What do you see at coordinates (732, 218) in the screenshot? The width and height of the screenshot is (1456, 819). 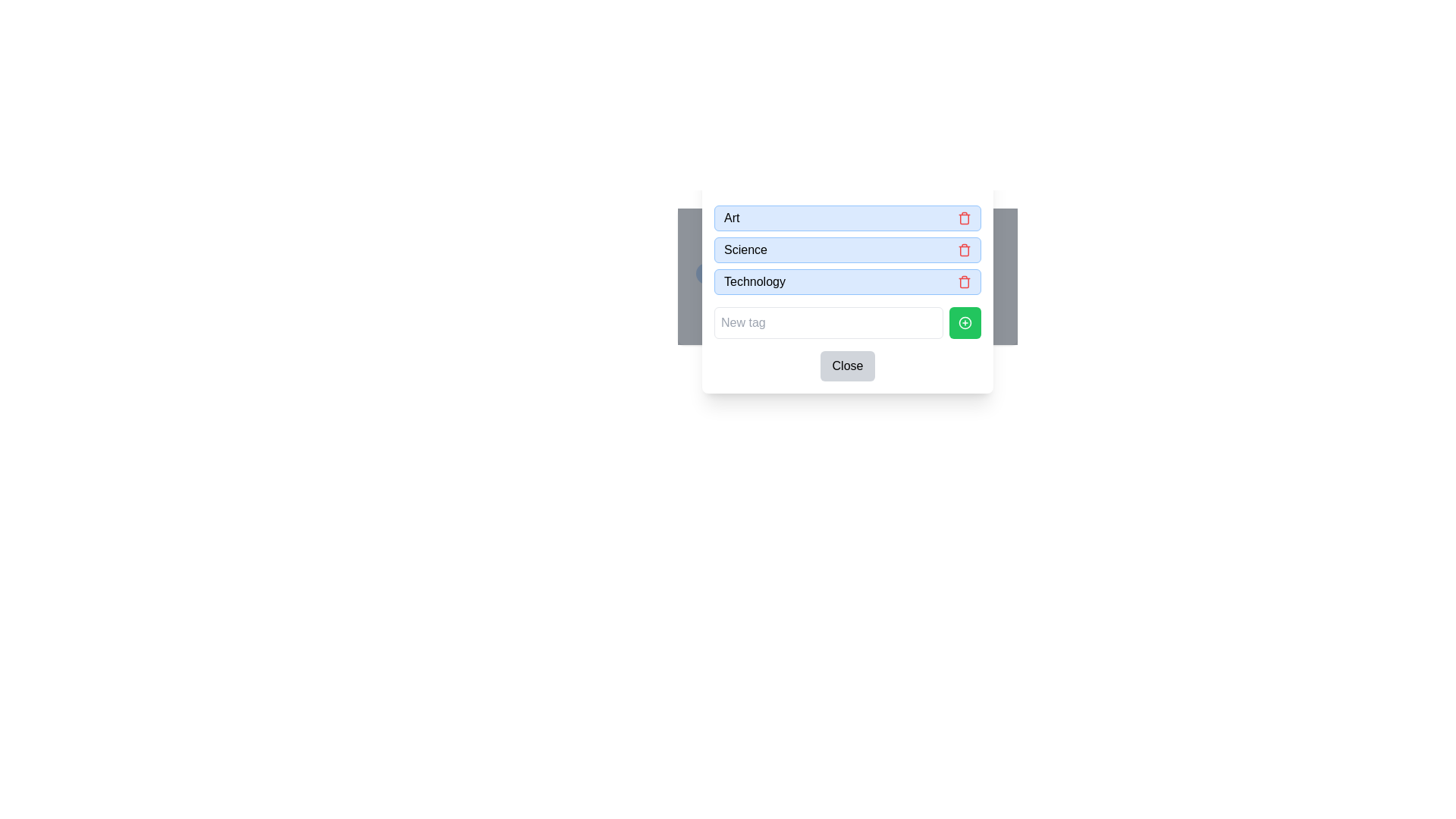 I see `the text label displaying 'Art' in black font, which is located in a light blue background rectangle at the upper-left corner of a popup dialog` at bounding box center [732, 218].